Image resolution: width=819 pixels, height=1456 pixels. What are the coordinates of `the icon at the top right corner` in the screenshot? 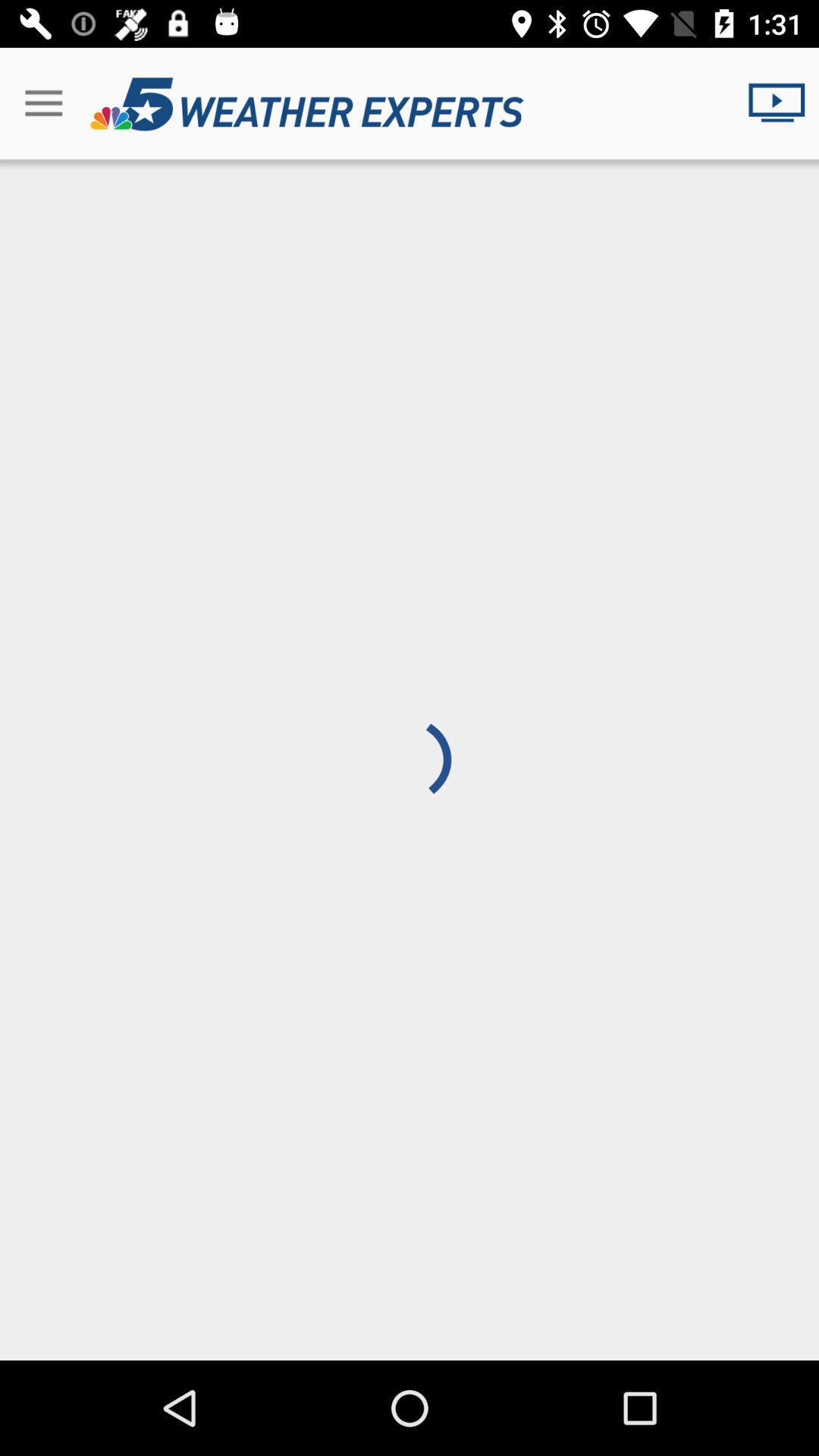 It's located at (783, 102).